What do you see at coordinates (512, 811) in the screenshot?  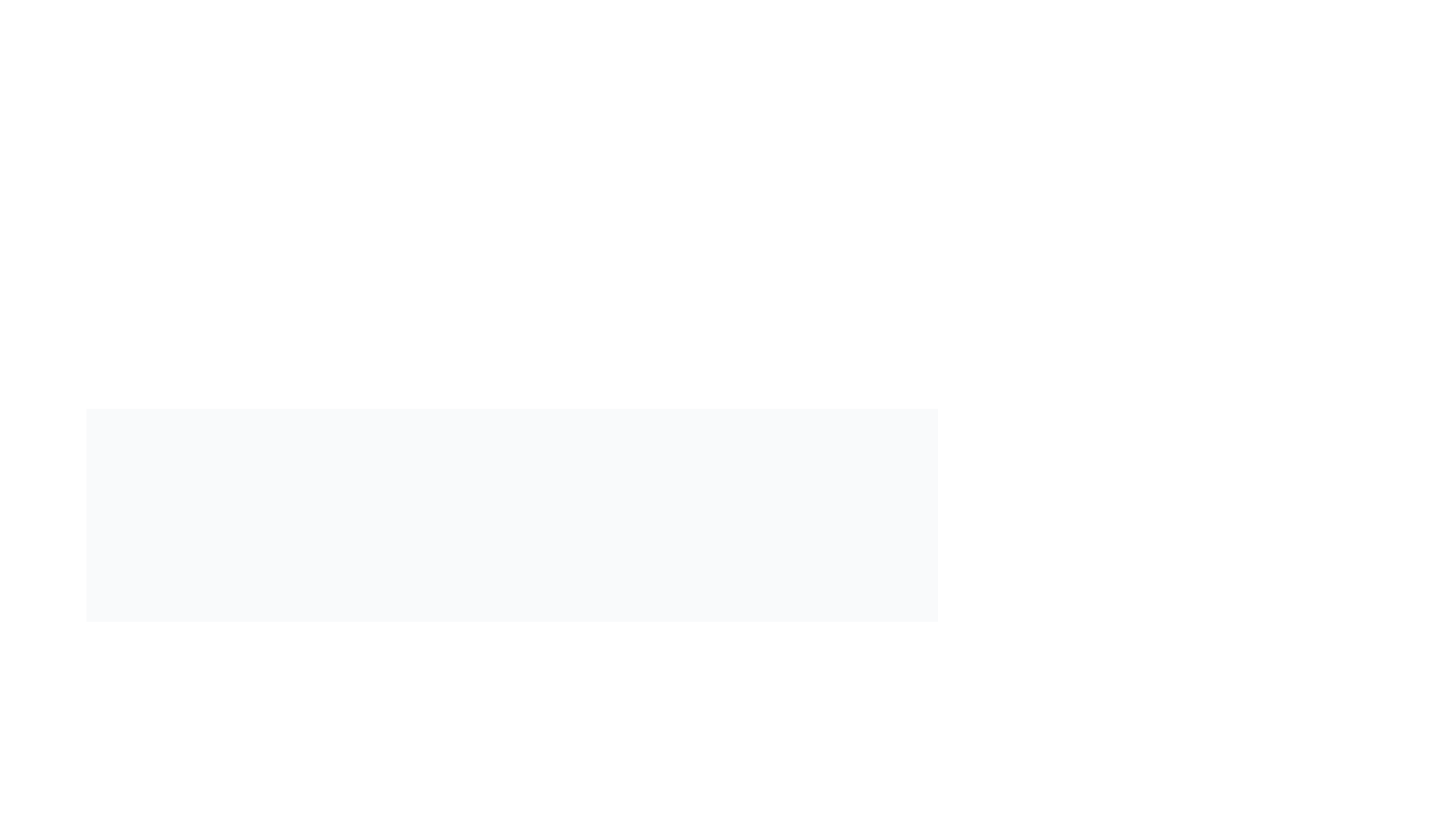 I see `the horizontal range slider input which allows users to adjust a value from 0 to 100, currently set to 50, located below the percentage indicators '0%' and '100%'` at bounding box center [512, 811].